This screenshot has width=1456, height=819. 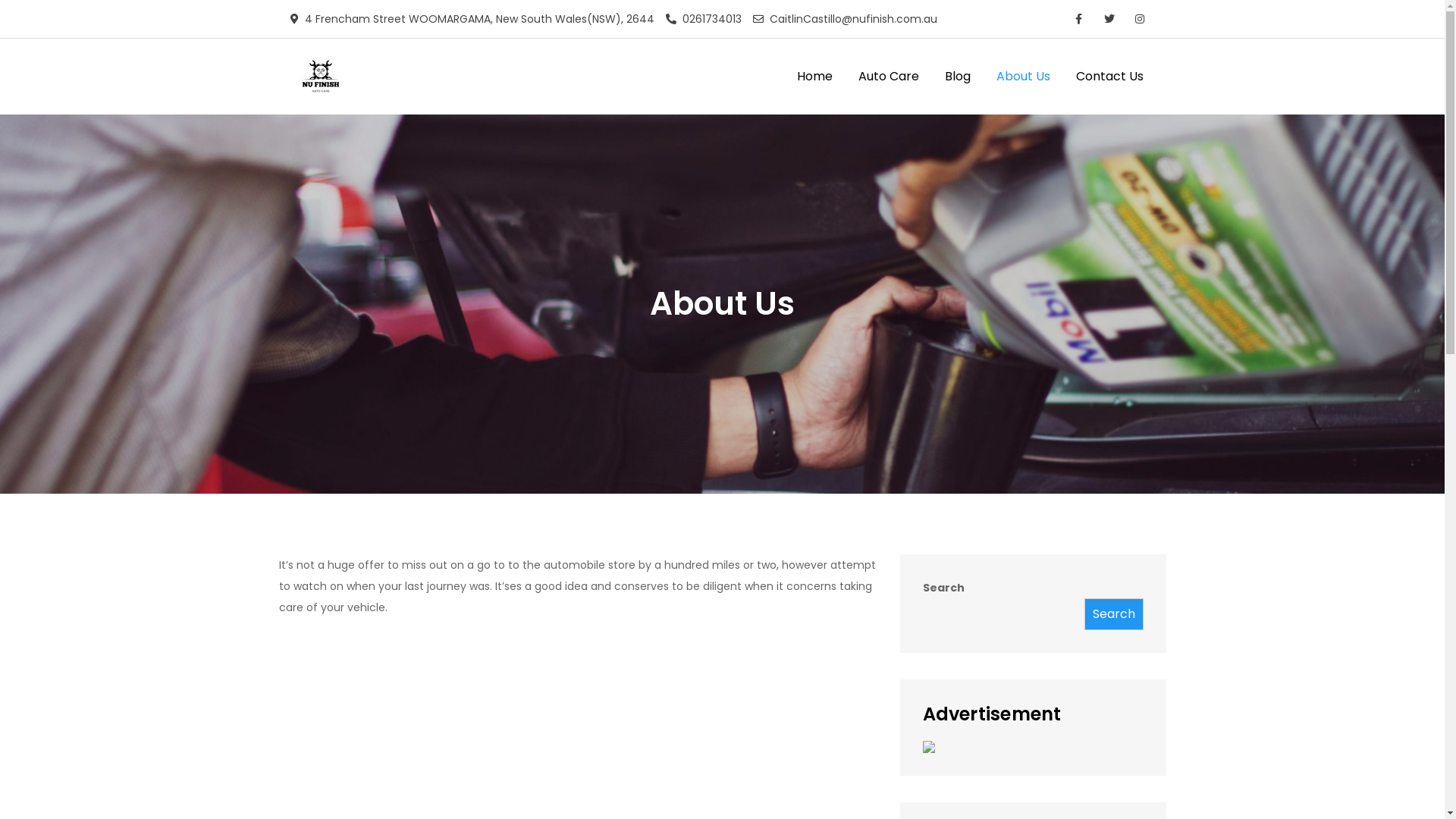 I want to click on 'Auto Care', so click(x=888, y=76).